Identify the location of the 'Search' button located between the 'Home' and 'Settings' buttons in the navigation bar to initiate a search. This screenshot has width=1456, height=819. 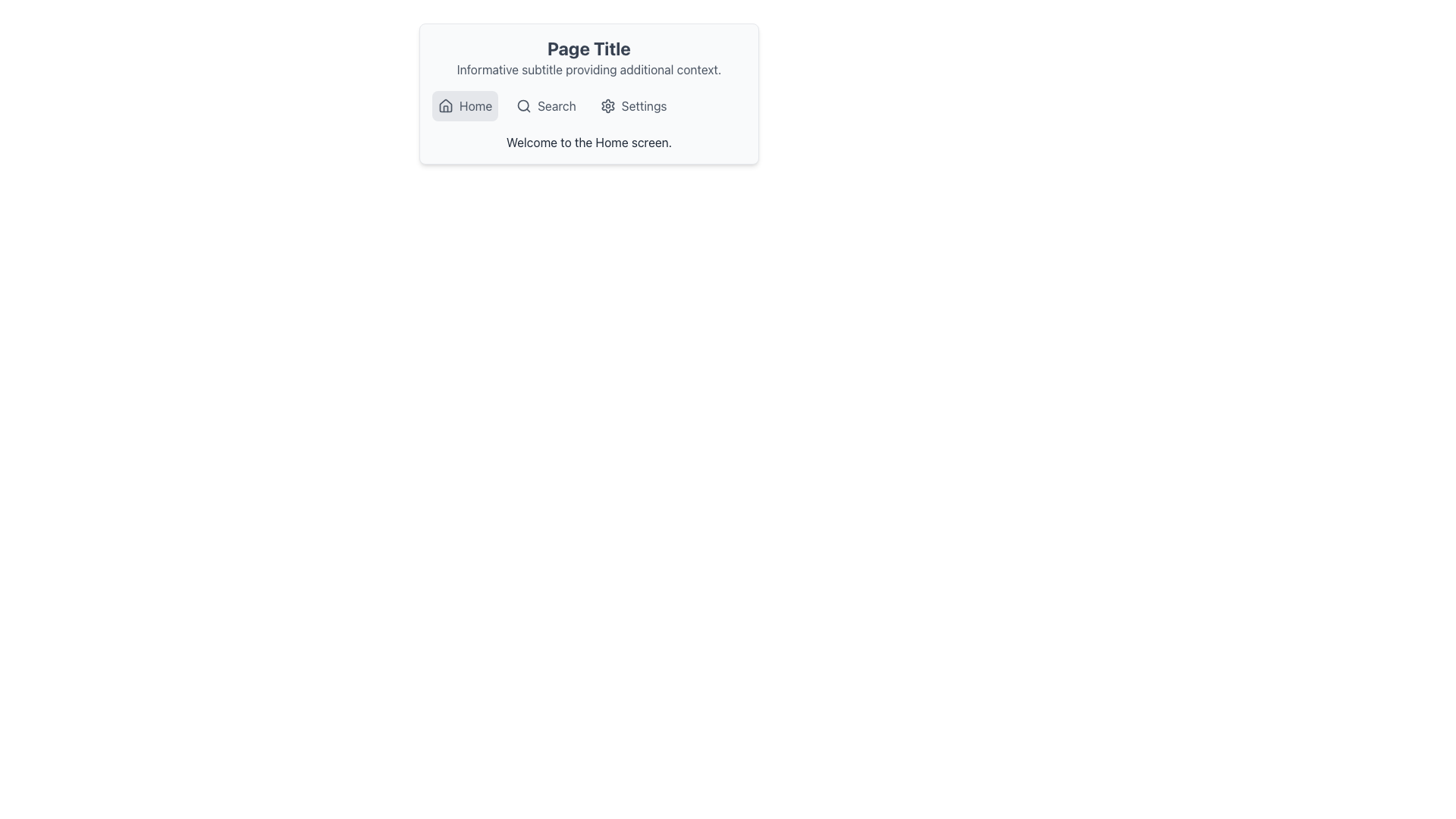
(546, 105).